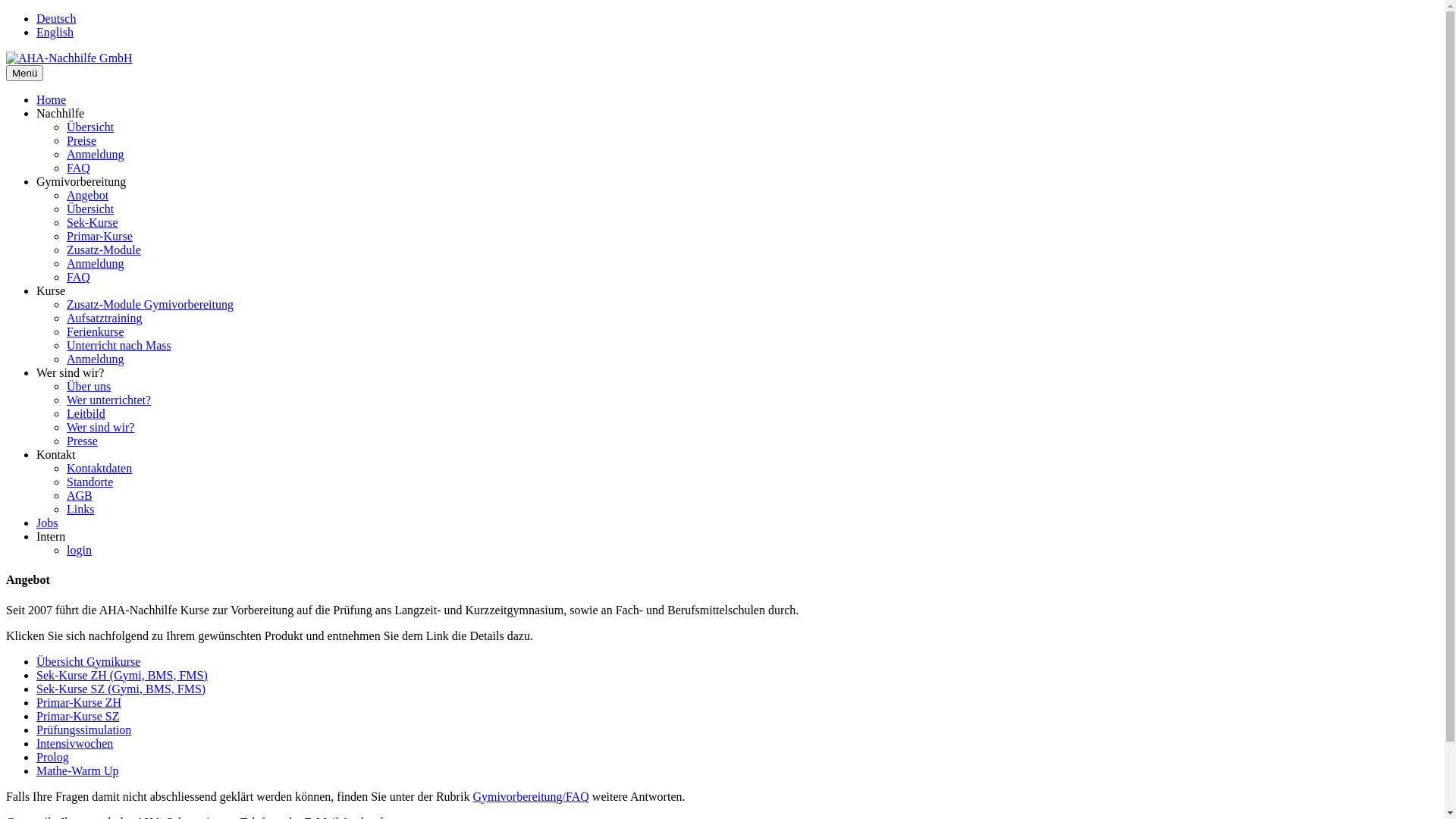 Image resolution: width=1456 pixels, height=819 pixels. What do you see at coordinates (65, 345) in the screenshot?
I see `'Unterricht nach Mass'` at bounding box center [65, 345].